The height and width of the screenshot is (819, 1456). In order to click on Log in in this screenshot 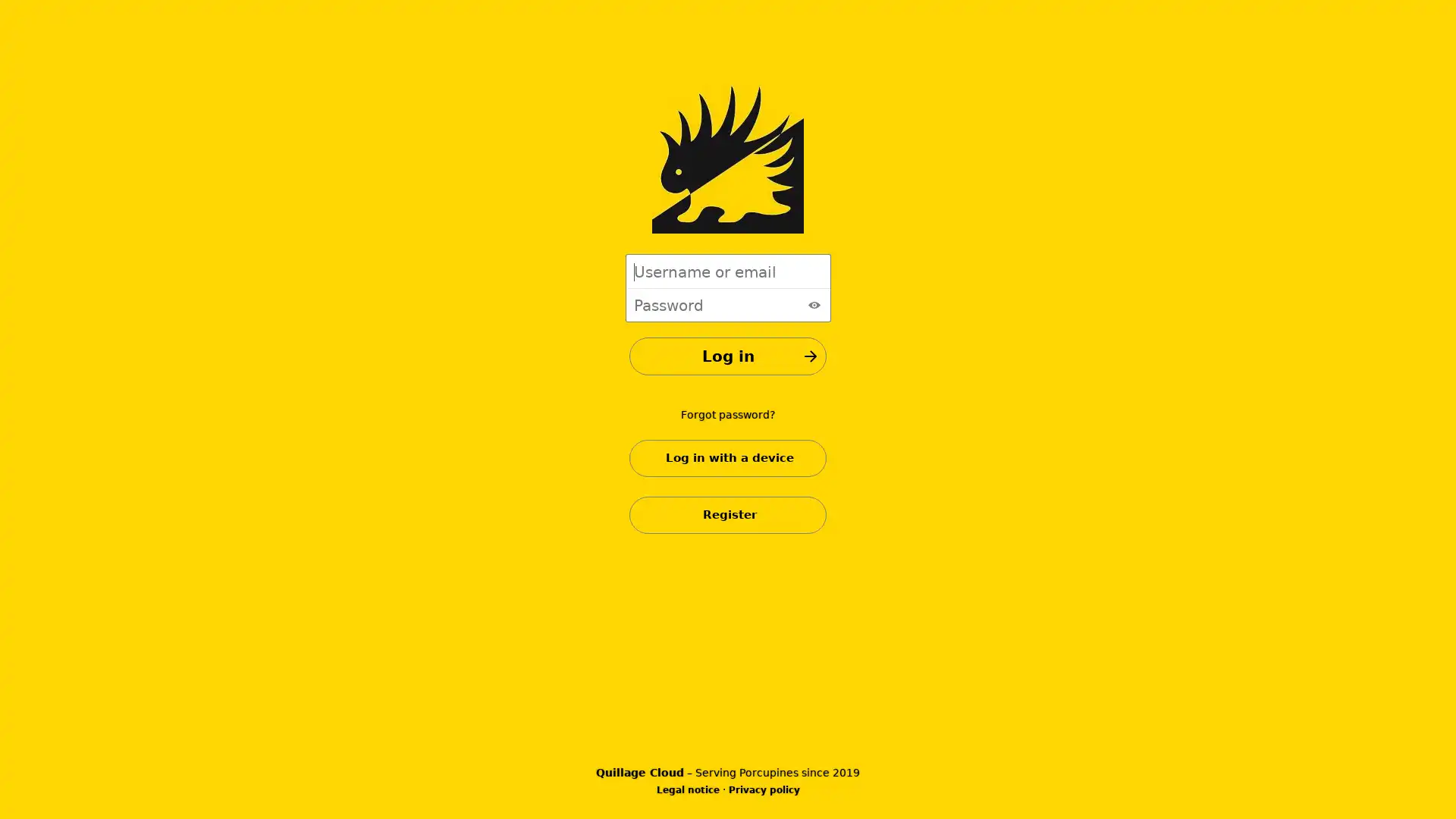, I will do `click(728, 356)`.